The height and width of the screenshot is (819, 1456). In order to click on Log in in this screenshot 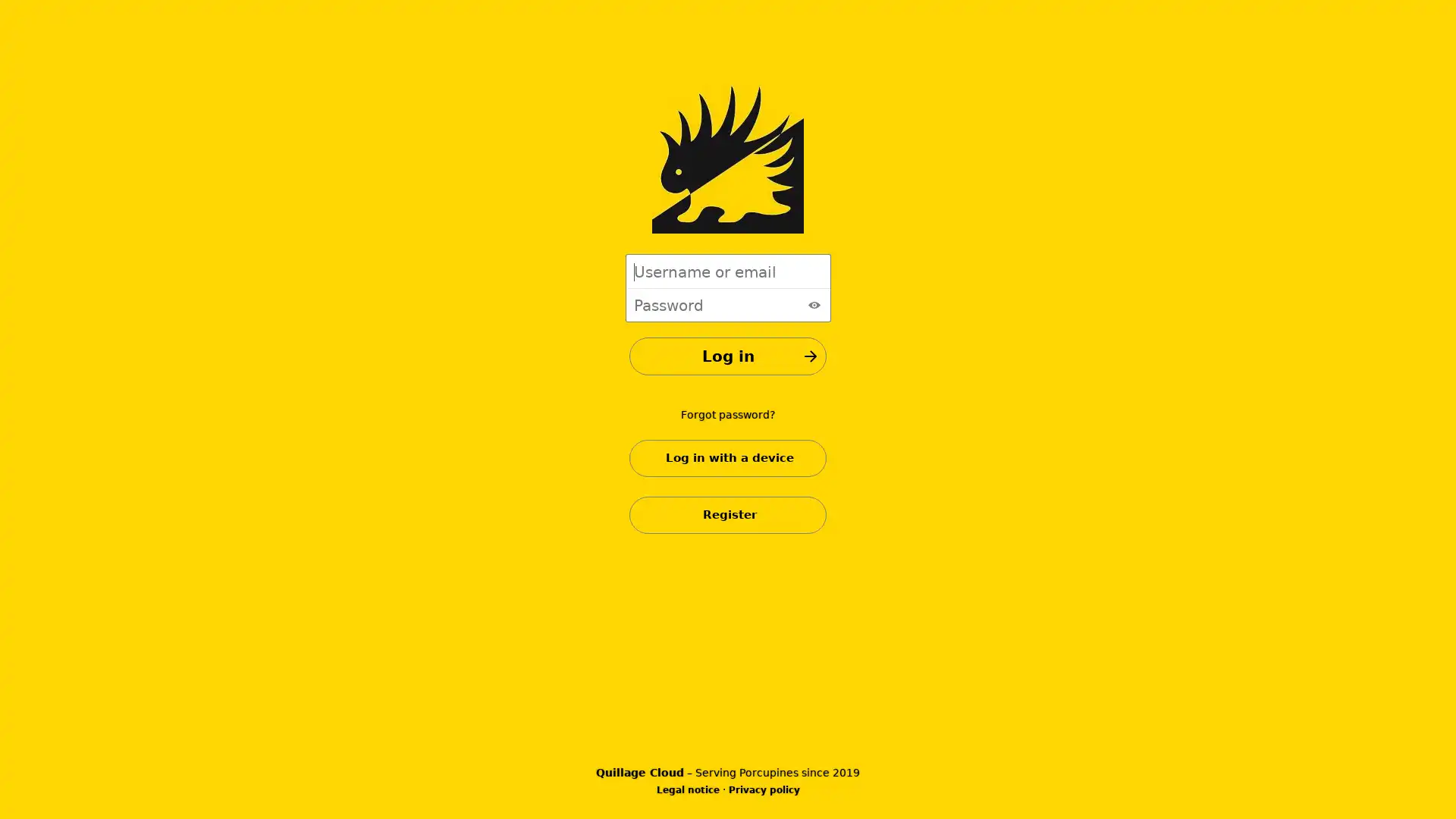, I will do `click(728, 356)`.